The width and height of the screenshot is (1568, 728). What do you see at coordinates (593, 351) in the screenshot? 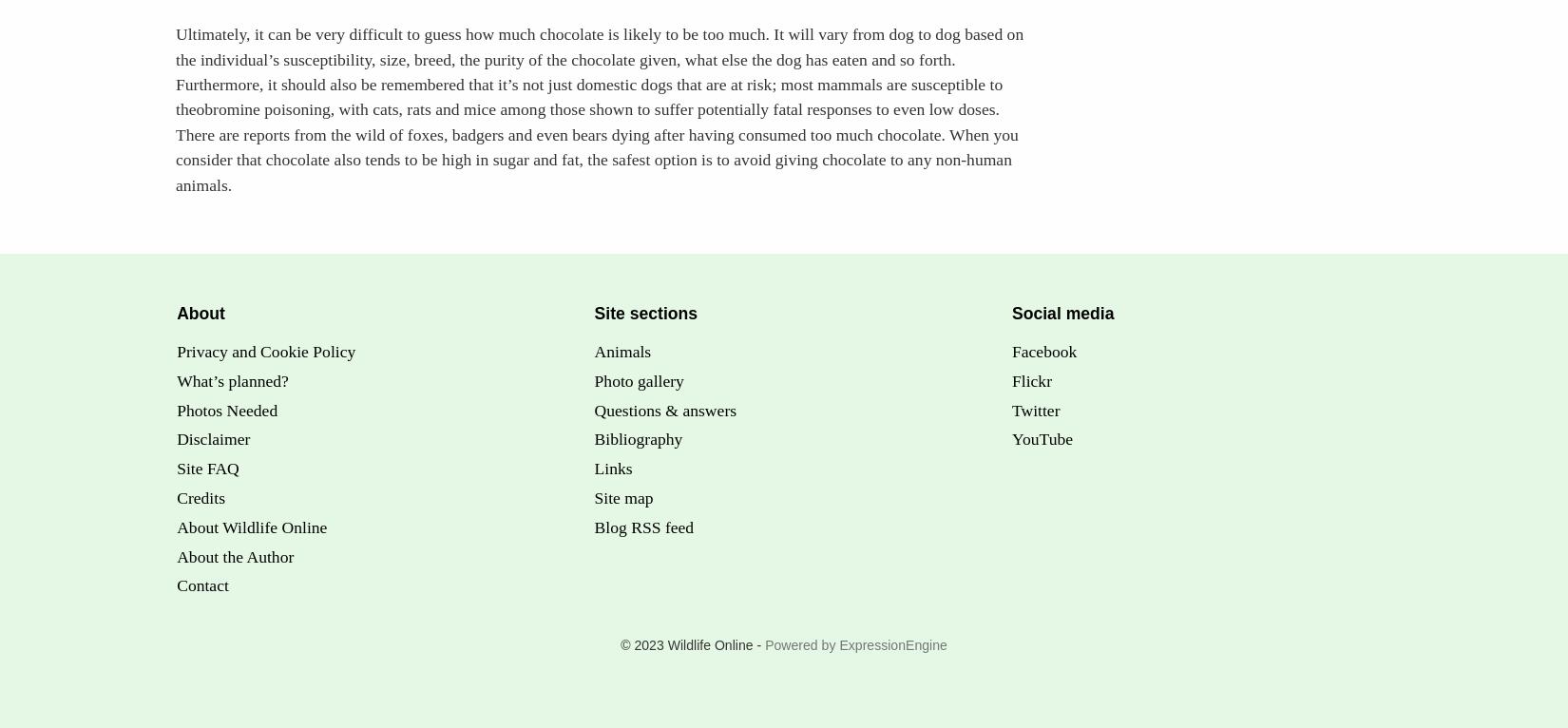
I see `'Animals'` at bounding box center [593, 351].